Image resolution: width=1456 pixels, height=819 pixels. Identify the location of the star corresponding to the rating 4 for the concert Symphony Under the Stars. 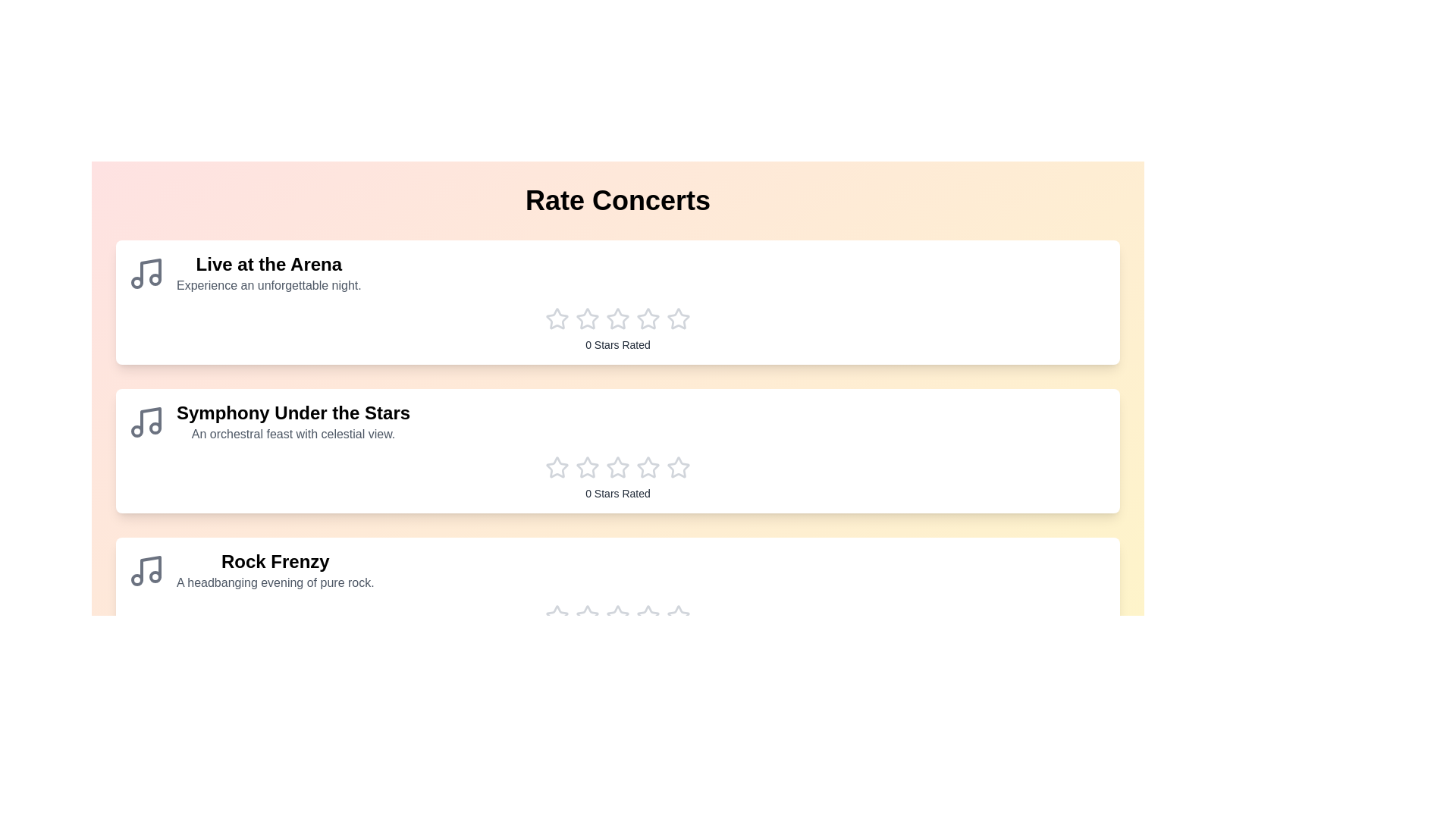
(648, 467).